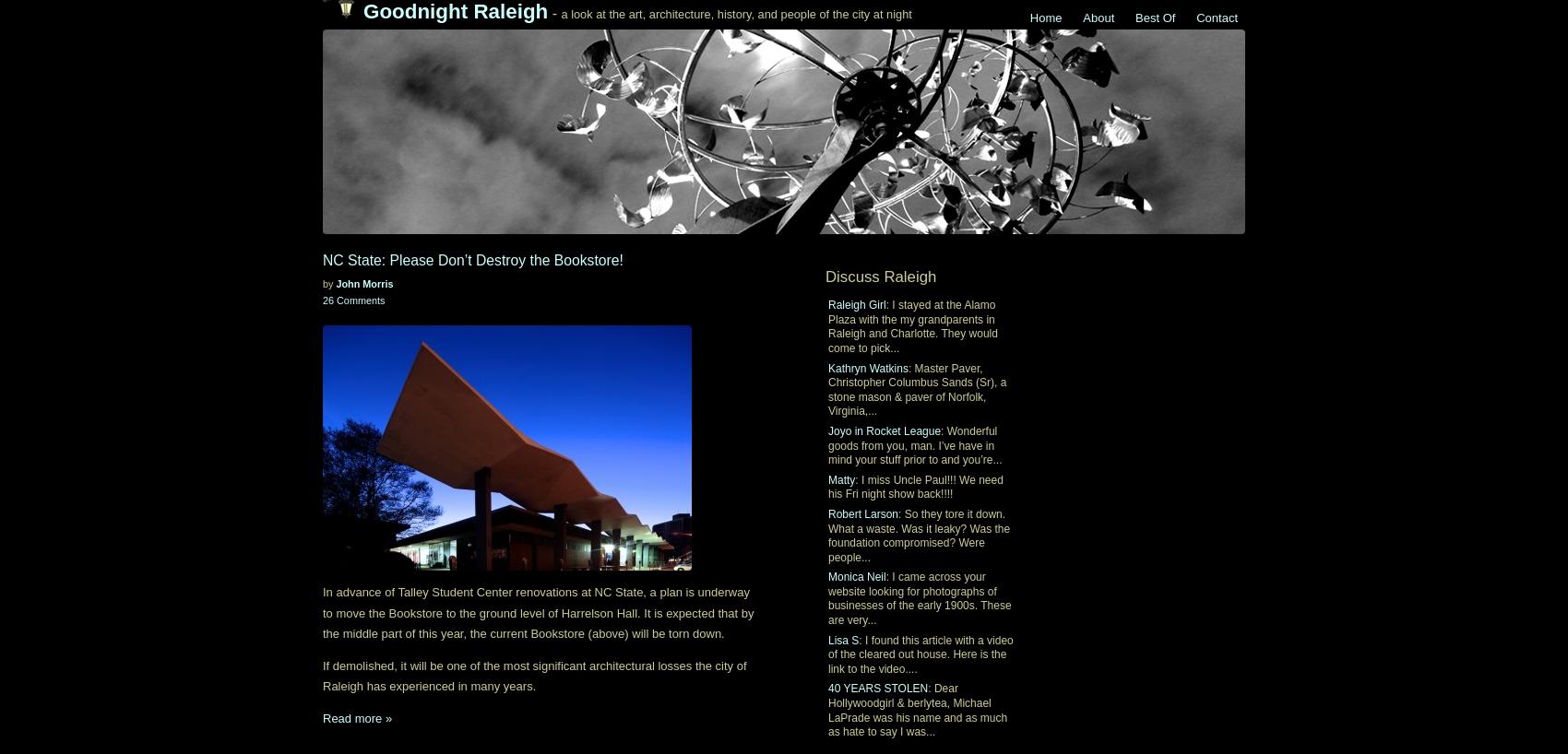 The width and height of the screenshot is (1568, 754). I want to click on ': I stayed at the Alamo Plaza with the my grandparents in Raleigh and Charlotte. They would come to pick...', so click(911, 326).